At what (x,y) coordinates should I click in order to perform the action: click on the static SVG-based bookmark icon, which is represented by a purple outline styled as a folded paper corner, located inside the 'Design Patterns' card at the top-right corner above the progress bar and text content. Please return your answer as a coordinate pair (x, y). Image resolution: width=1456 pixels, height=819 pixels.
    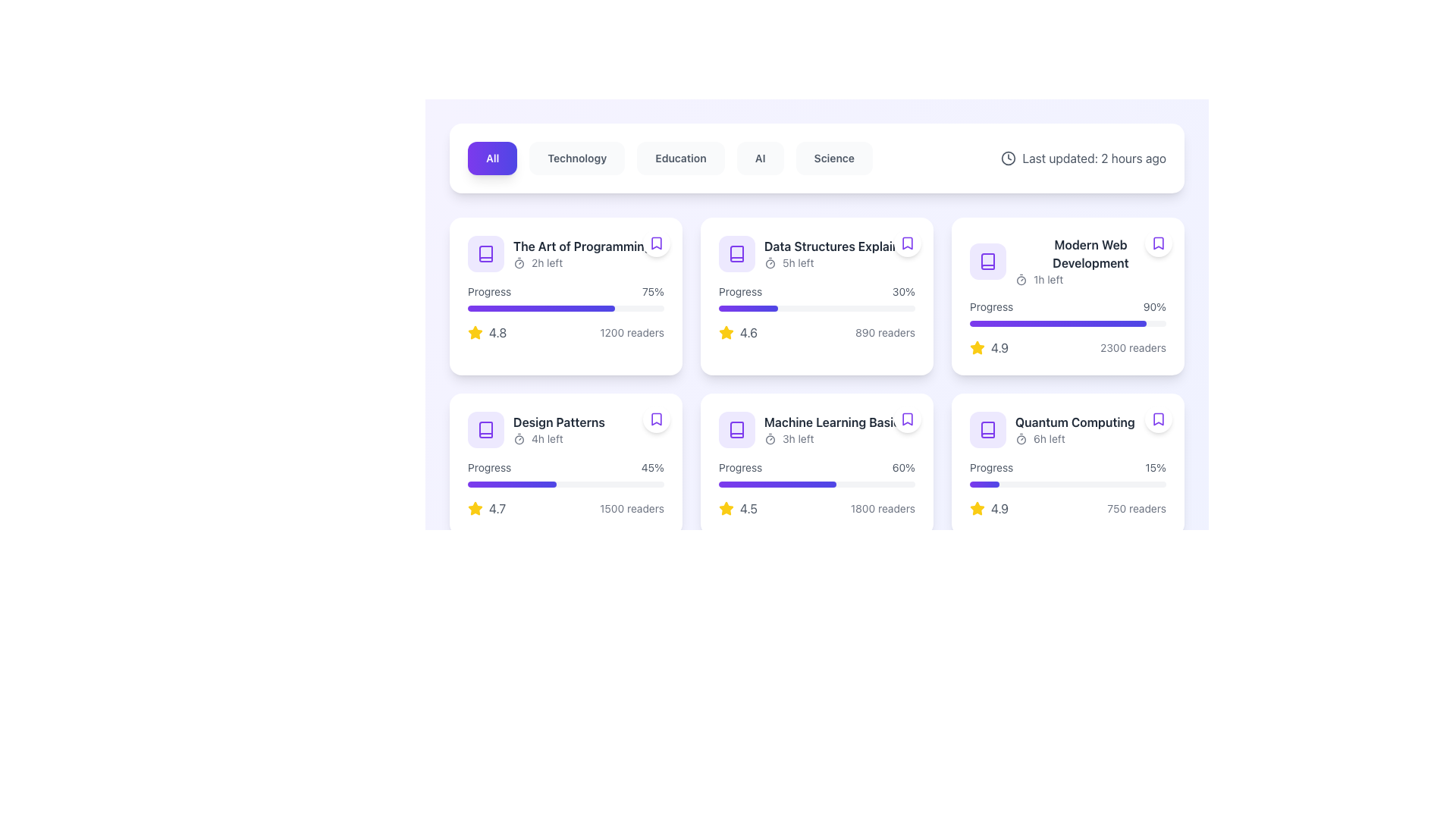
    Looking at the image, I should click on (656, 419).